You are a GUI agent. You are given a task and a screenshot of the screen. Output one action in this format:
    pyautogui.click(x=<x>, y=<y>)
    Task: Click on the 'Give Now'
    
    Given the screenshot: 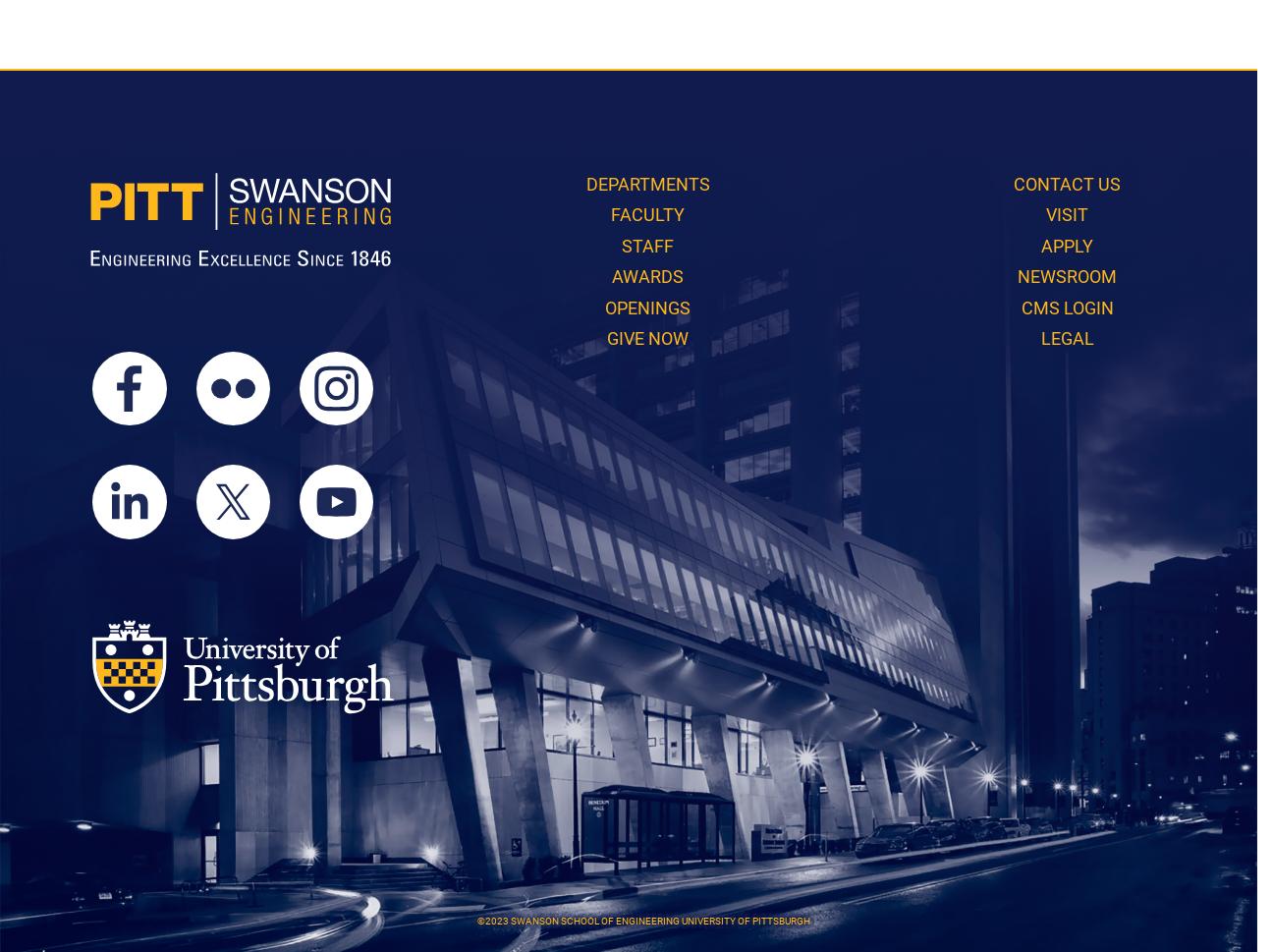 What is the action you would take?
    pyautogui.click(x=647, y=337)
    